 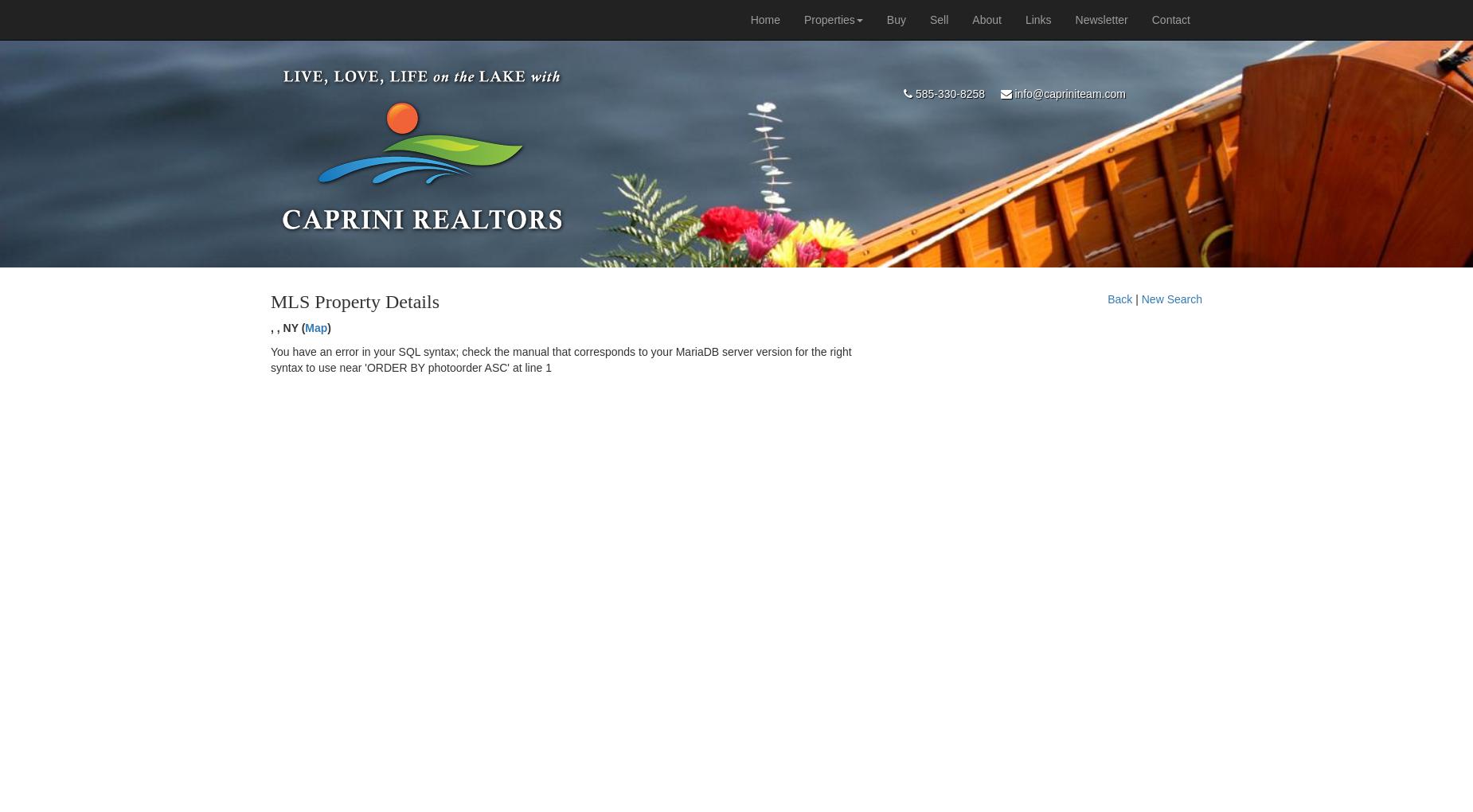 What do you see at coordinates (1067, 93) in the screenshot?
I see `'info@capriniteam.com'` at bounding box center [1067, 93].